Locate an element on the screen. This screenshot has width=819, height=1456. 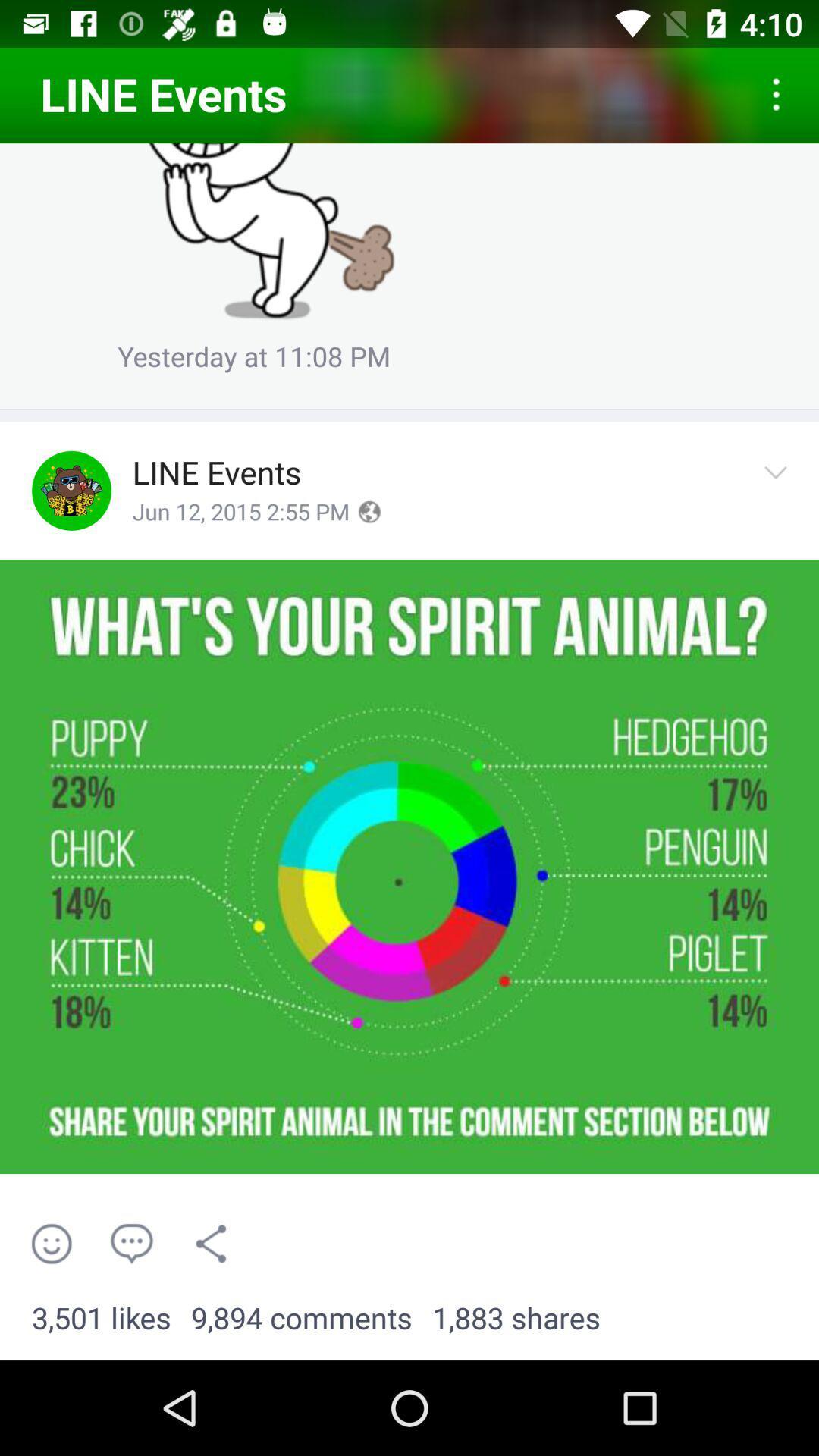
the icon to the right of 3,501 likes icon is located at coordinates (301, 1318).